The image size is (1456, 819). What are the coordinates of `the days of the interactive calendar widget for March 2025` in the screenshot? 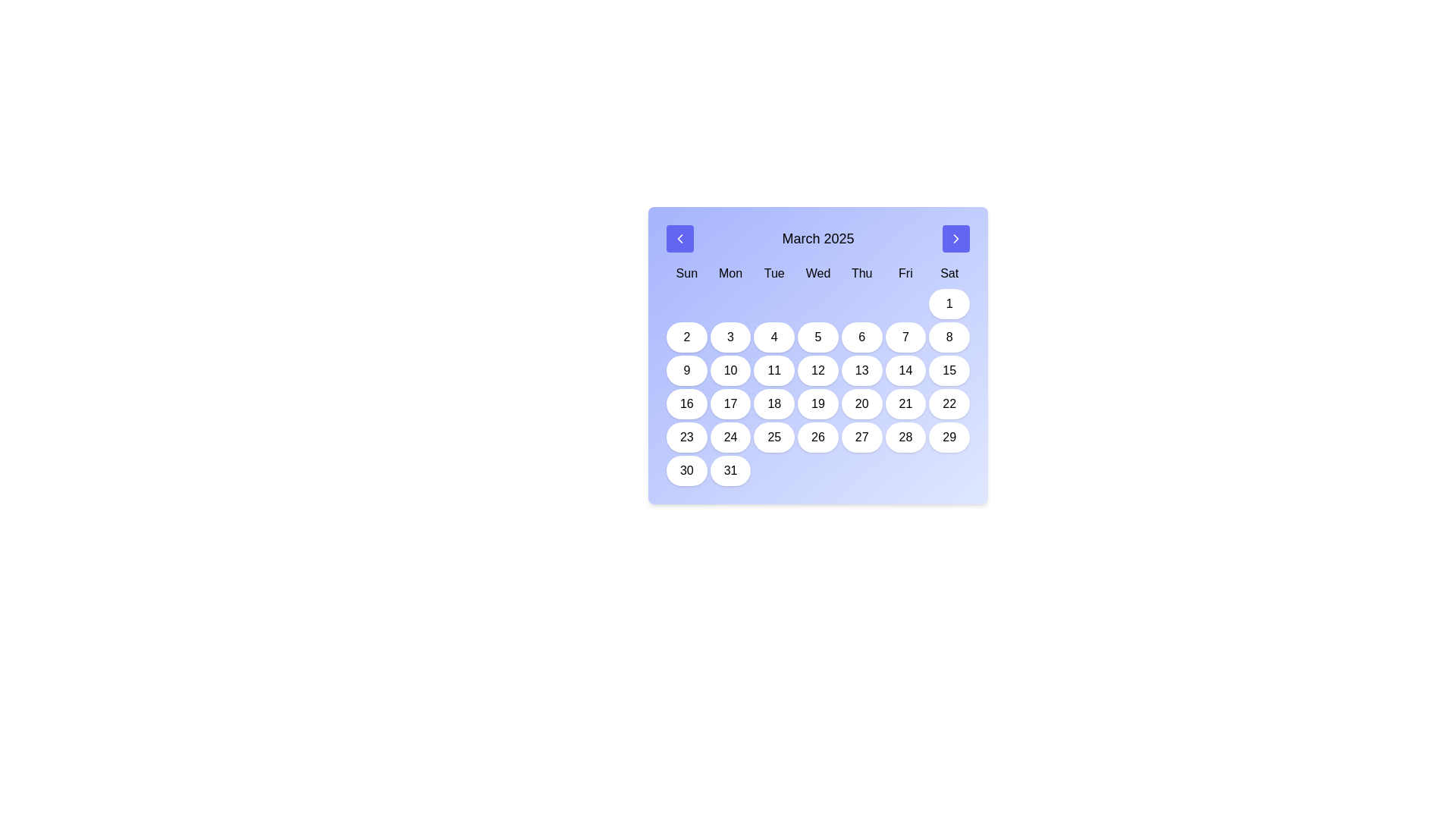 It's located at (817, 356).